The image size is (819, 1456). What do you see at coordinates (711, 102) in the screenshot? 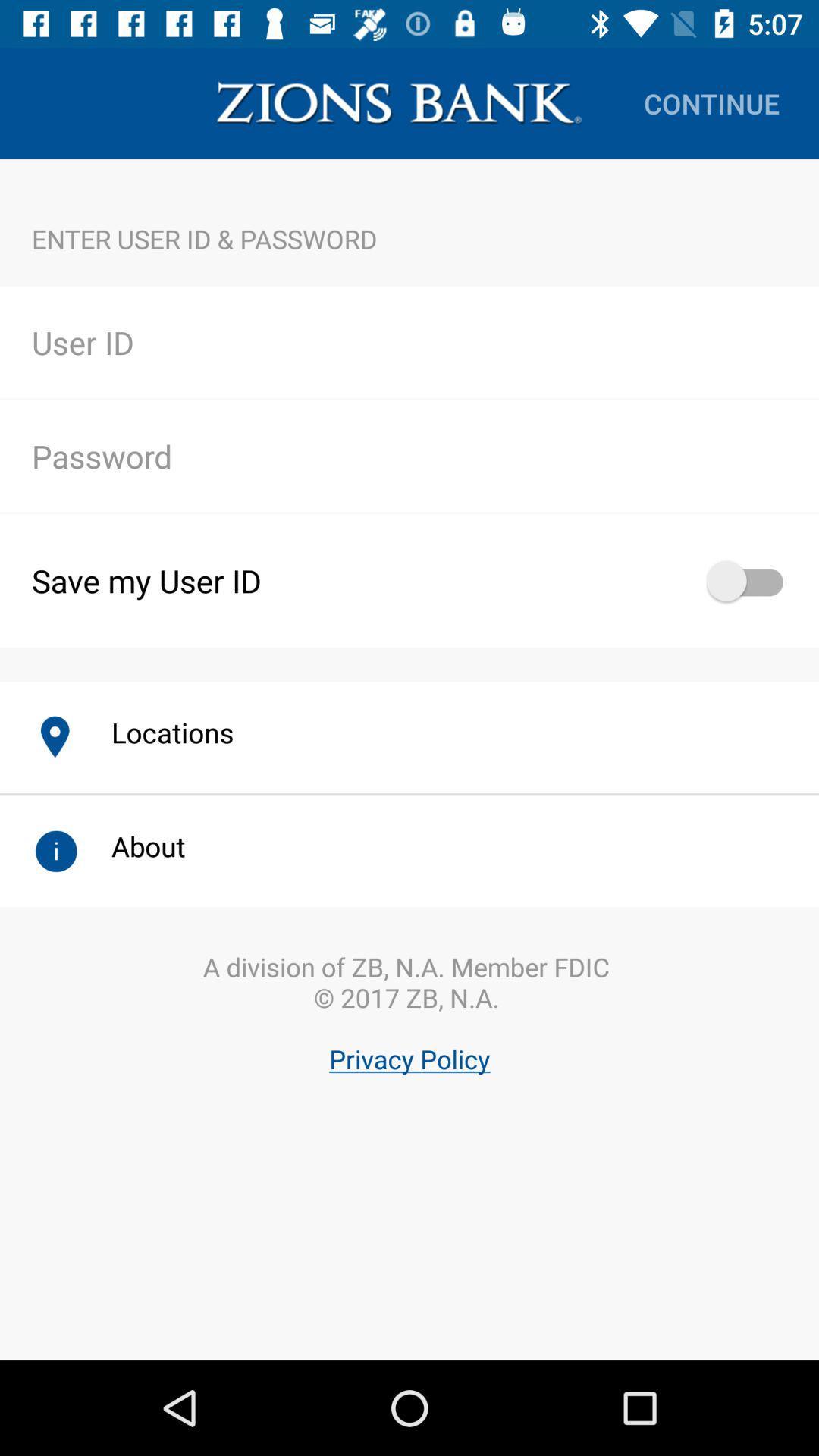
I see `the continue` at bounding box center [711, 102].